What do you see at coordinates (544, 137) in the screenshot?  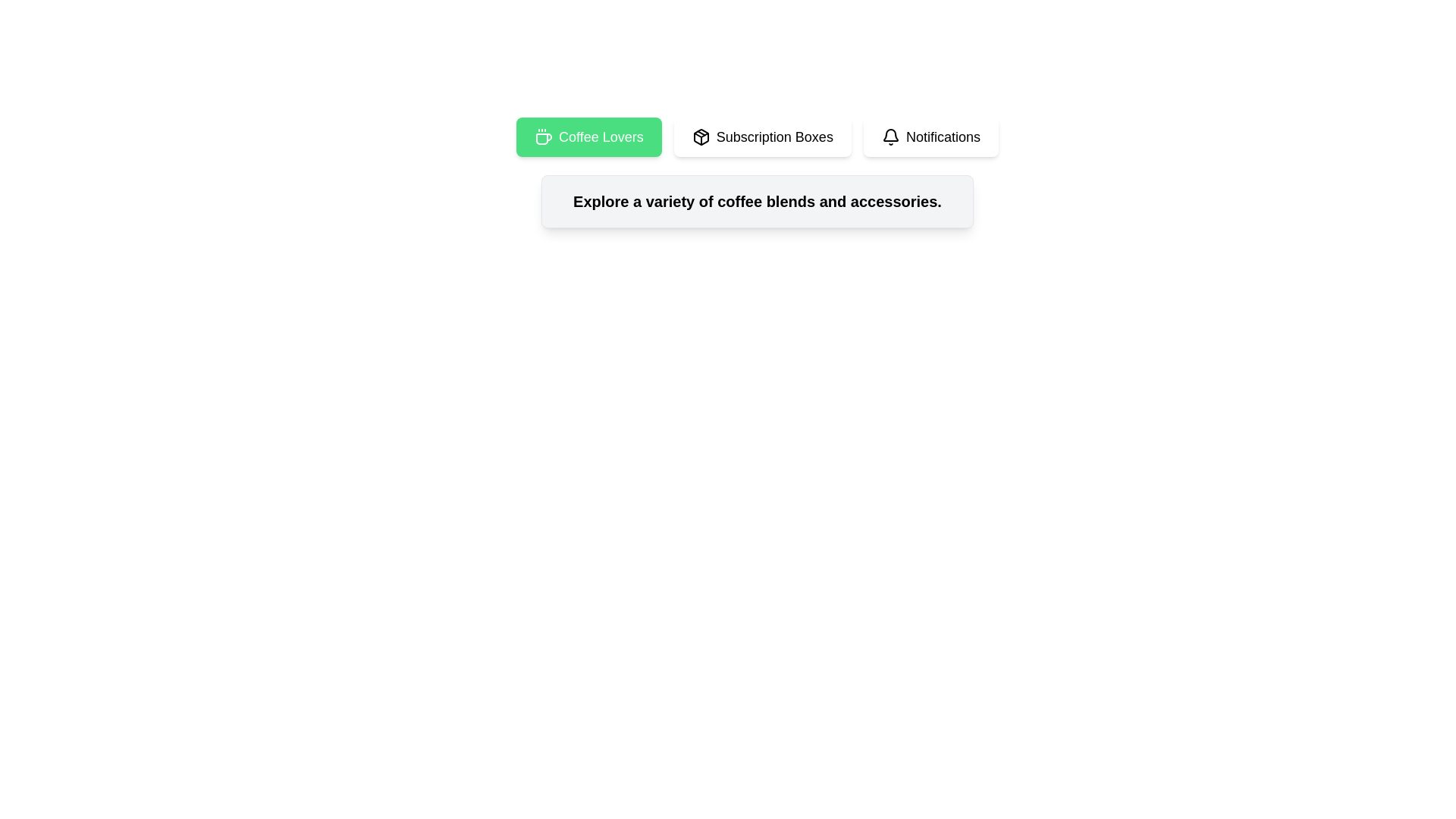 I see `the coffee cup icon, which is a graphical SVG element styled with a thick, rounded stroke and positioned to the left of the 'Coffee Lovers' button` at bounding box center [544, 137].